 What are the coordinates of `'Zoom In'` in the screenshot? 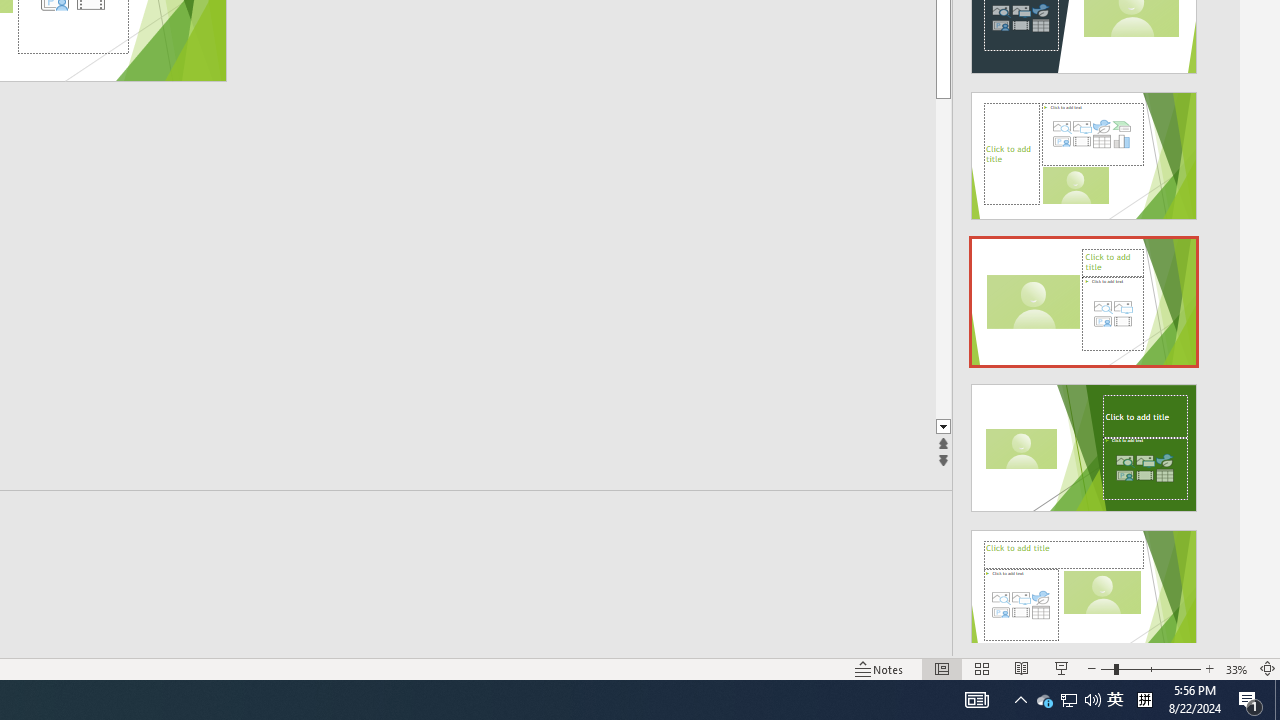 It's located at (1208, 669).